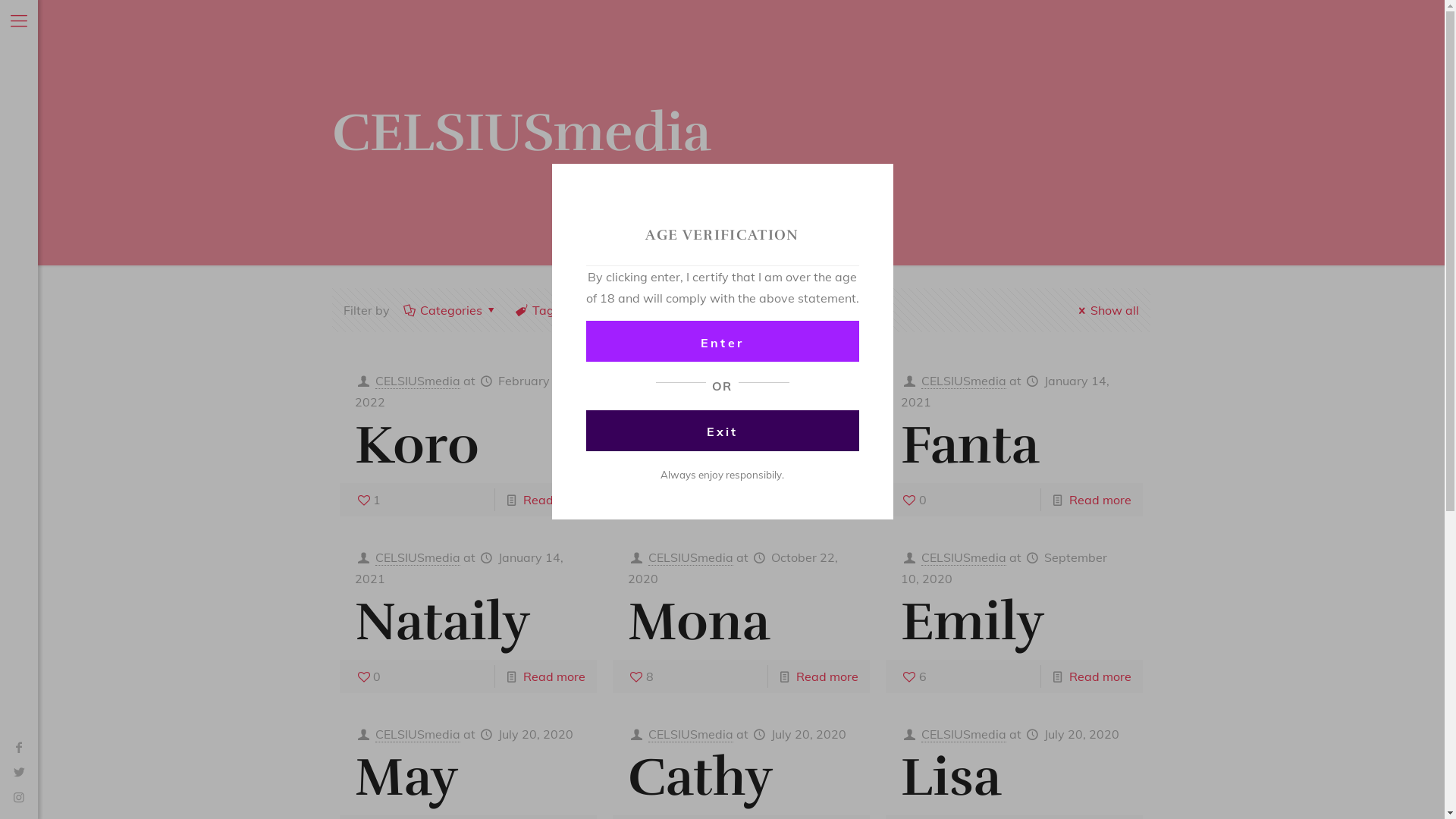 This screenshot has height=819, width=1456. What do you see at coordinates (699, 777) in the screenshot?
I see `'Cathy'` at bounding box center [699, 777].